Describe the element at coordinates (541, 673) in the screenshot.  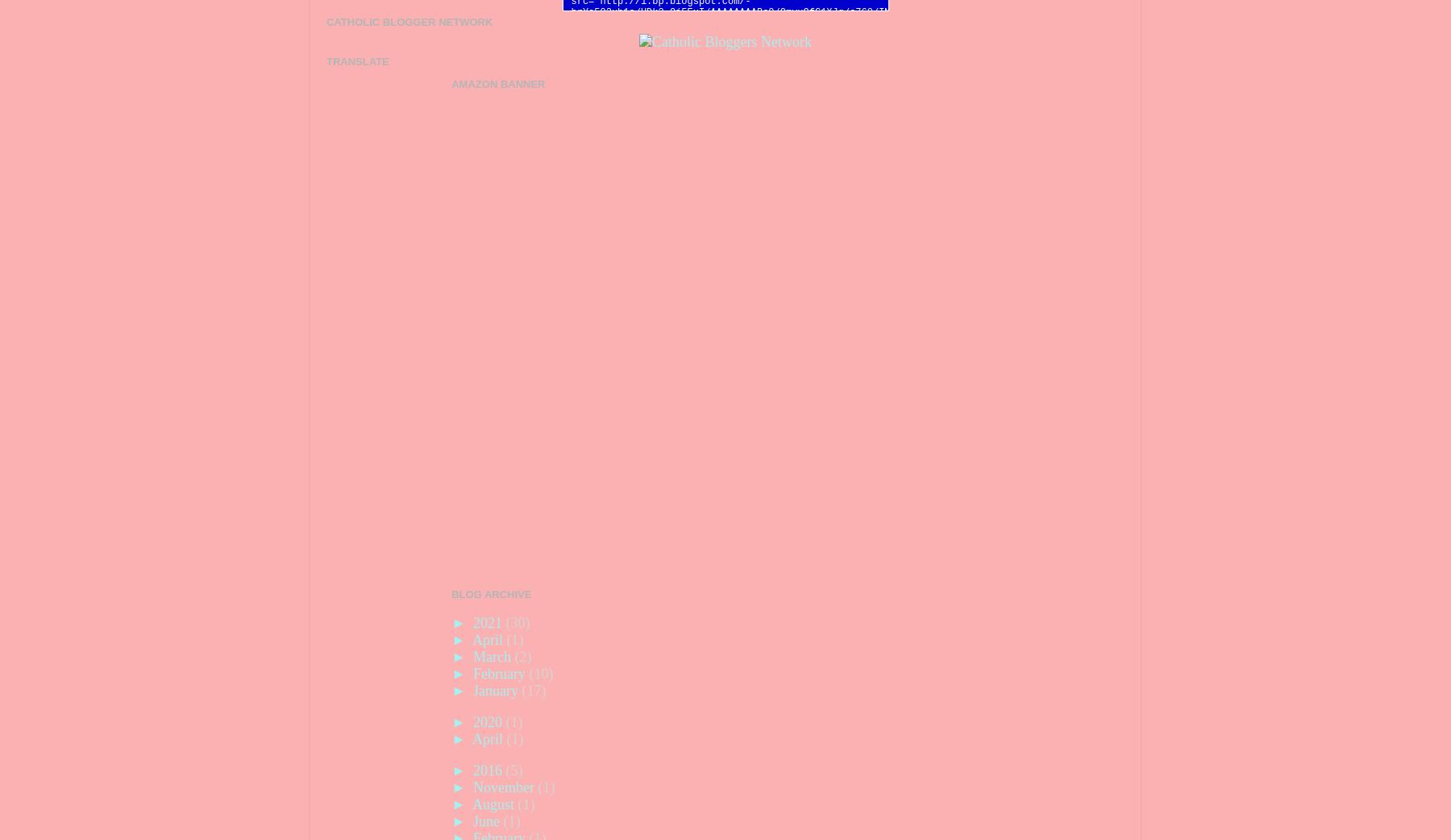
I see `'(10)'` at that location.